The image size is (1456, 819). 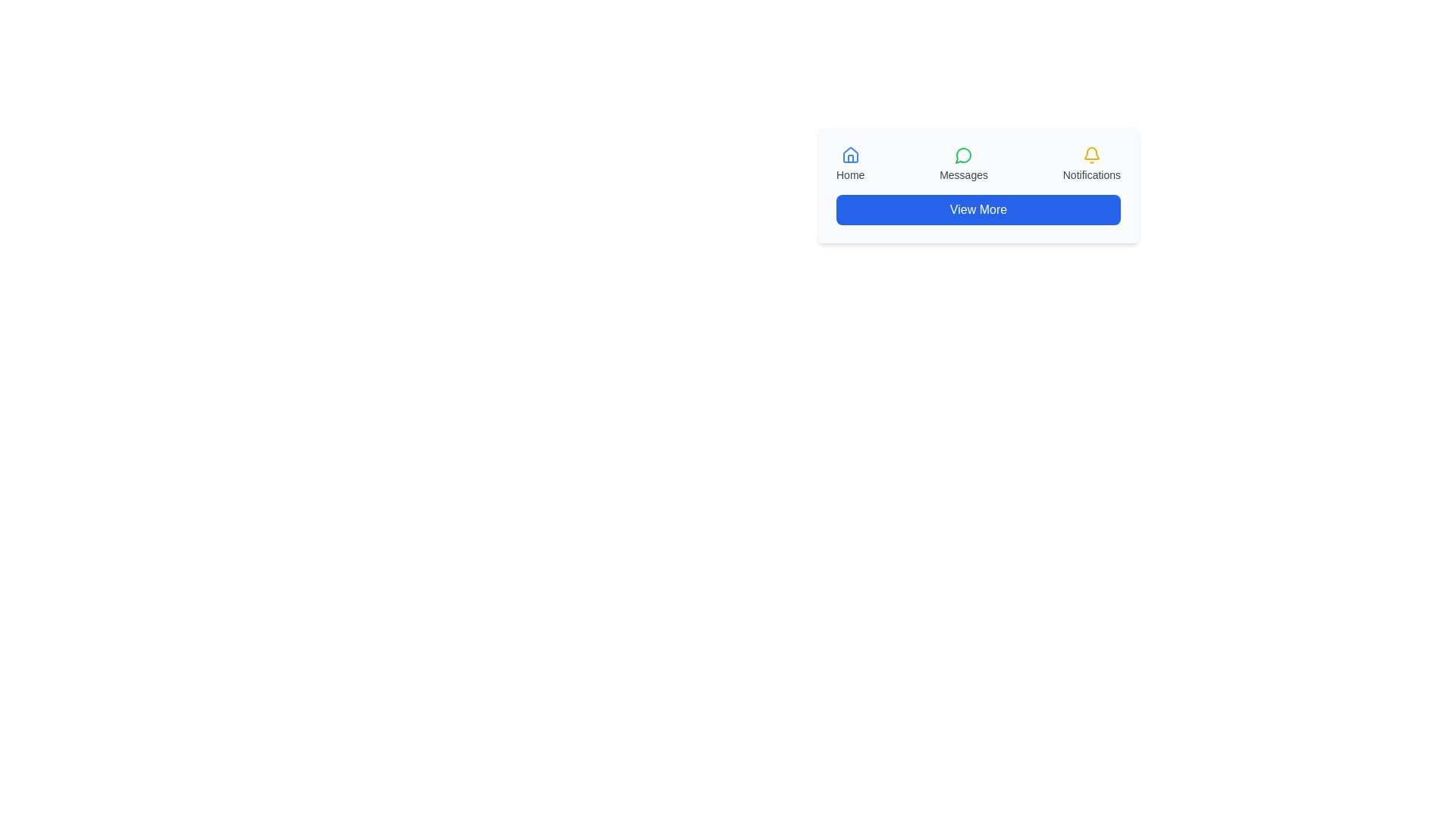 What do you see at coordinates (1090, 155) in the screenshot?
I see `the notification icon located in the top-right corner of the navigation bar` at bounding box center [1090, 155].